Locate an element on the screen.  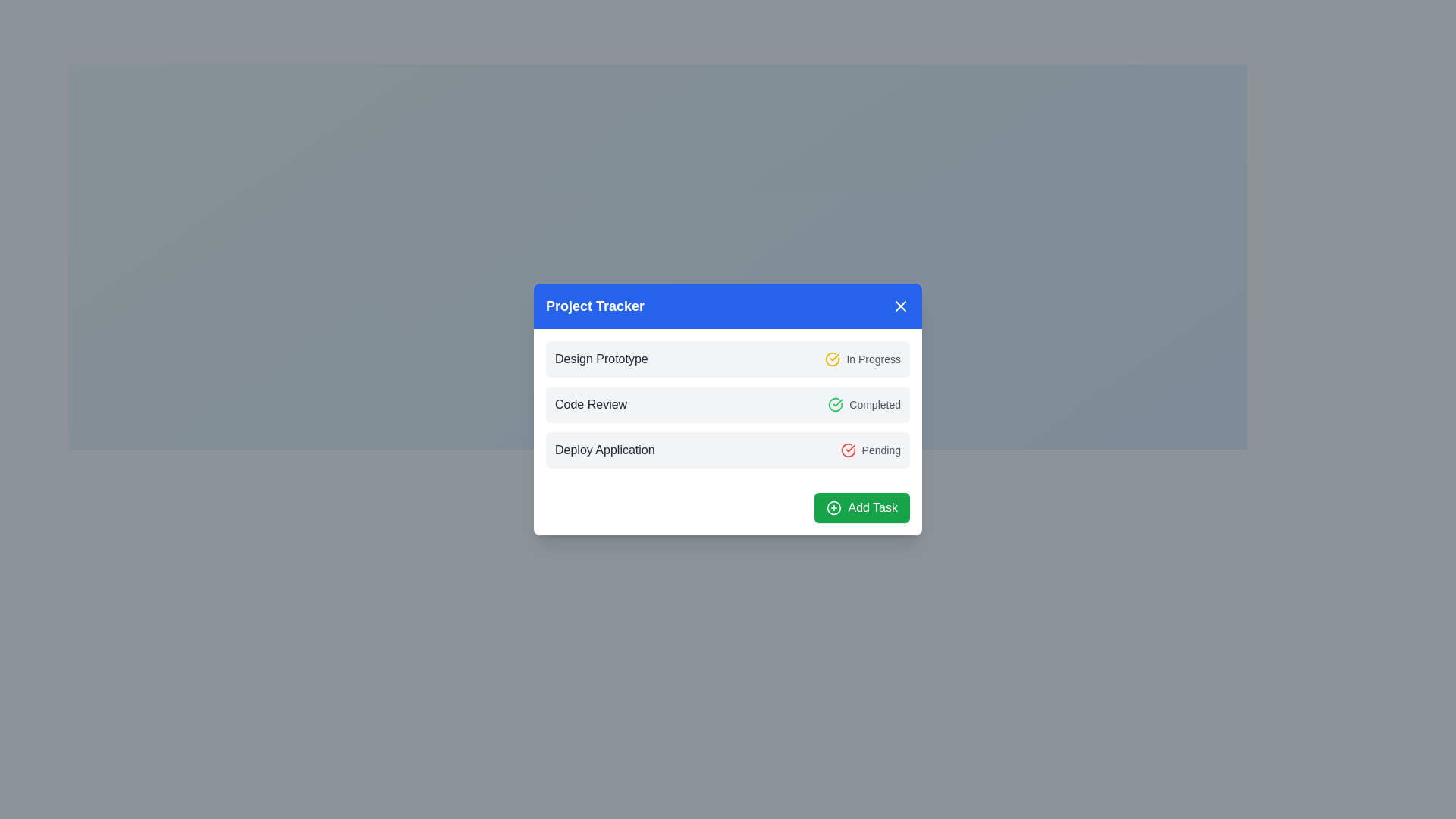
the 'Code Review' text label which provides information about a specific task, aligning horizontally with 'Completed' and an icon is located at coordinates (590, 403).